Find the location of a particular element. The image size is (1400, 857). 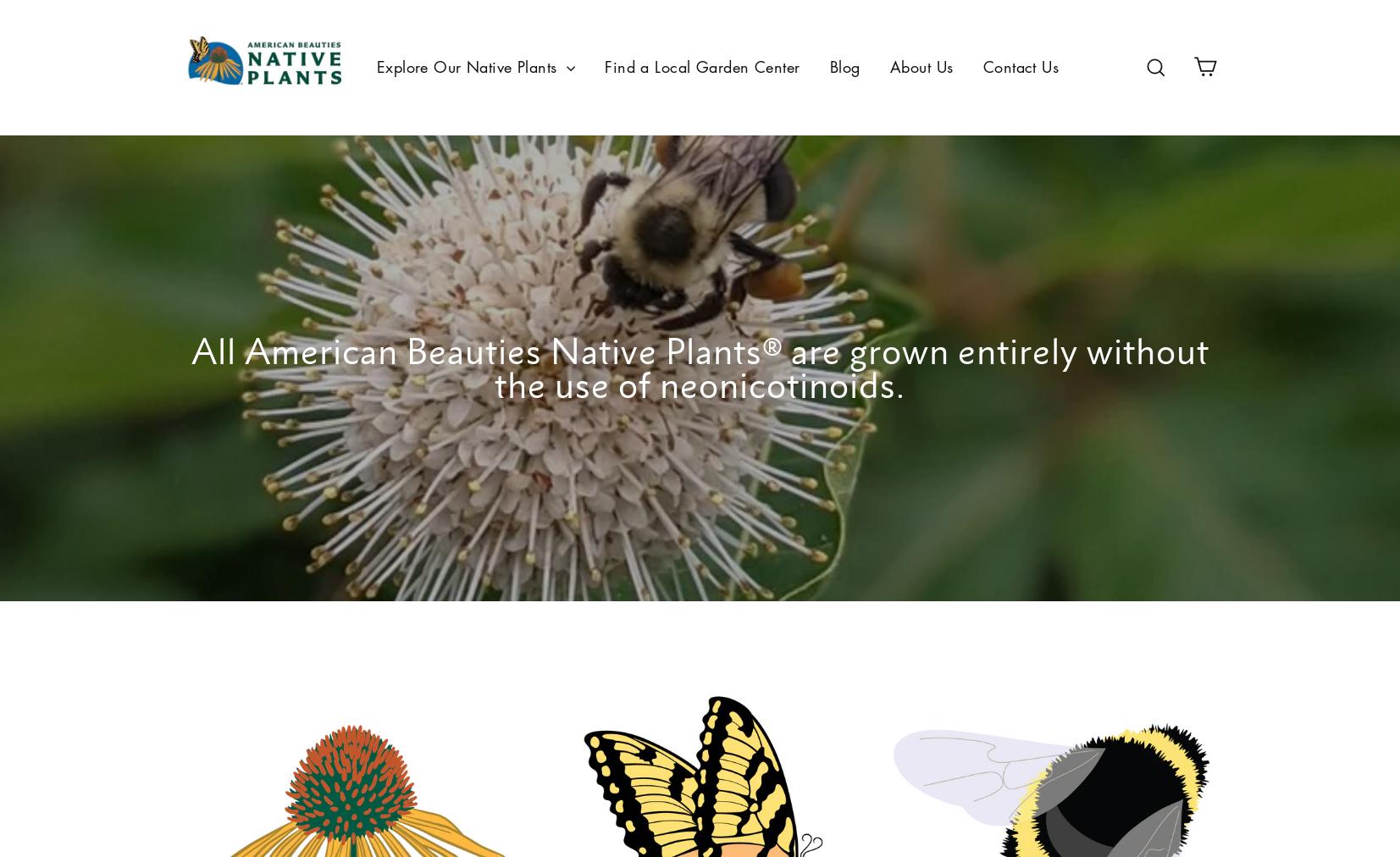

'Collections' is located at coordinates (412, 332).